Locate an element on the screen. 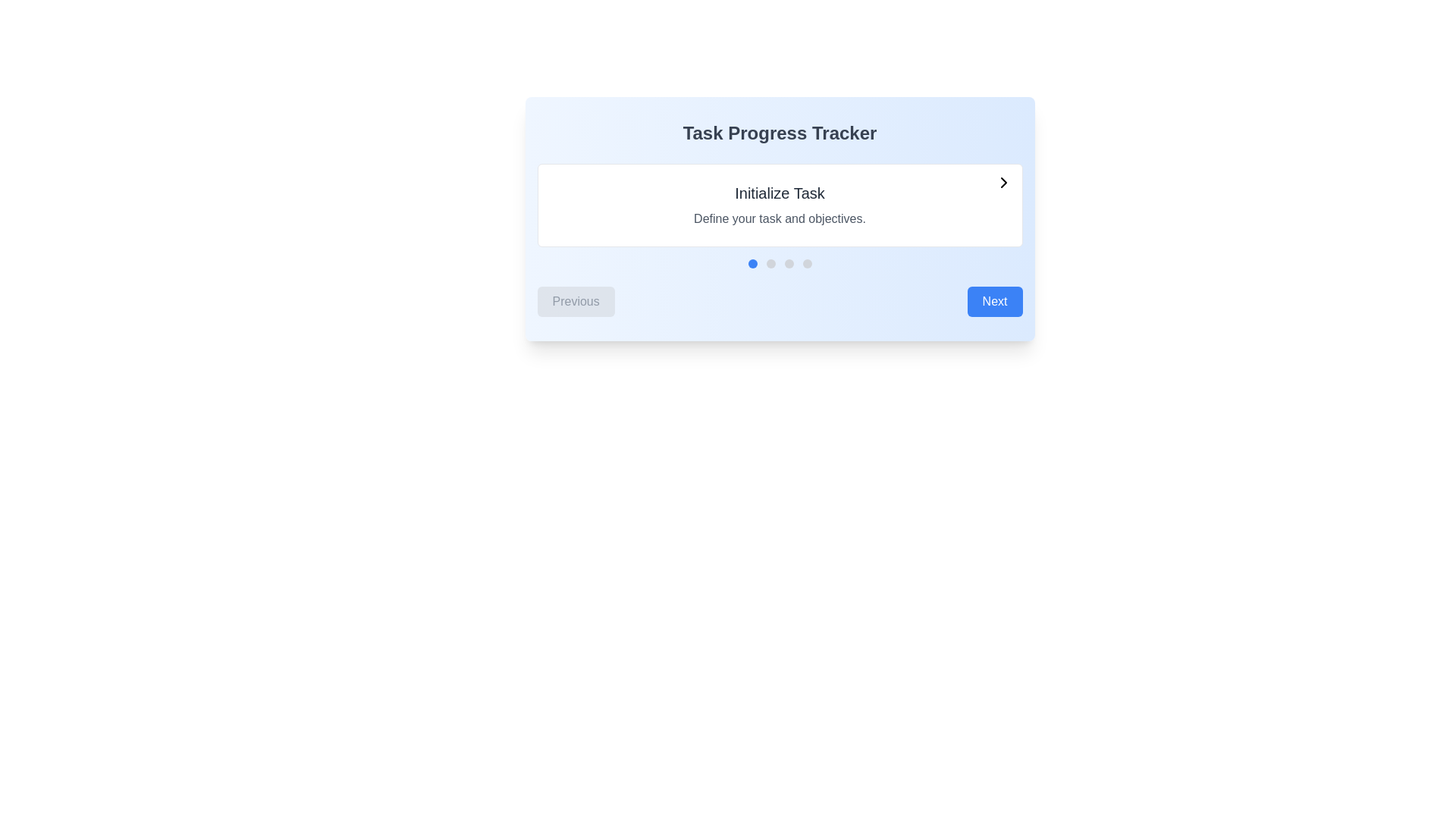 This screenshot has height=819, width=1456. the button labeled 'Next' with a blue background is located at coordinates (995, 301).